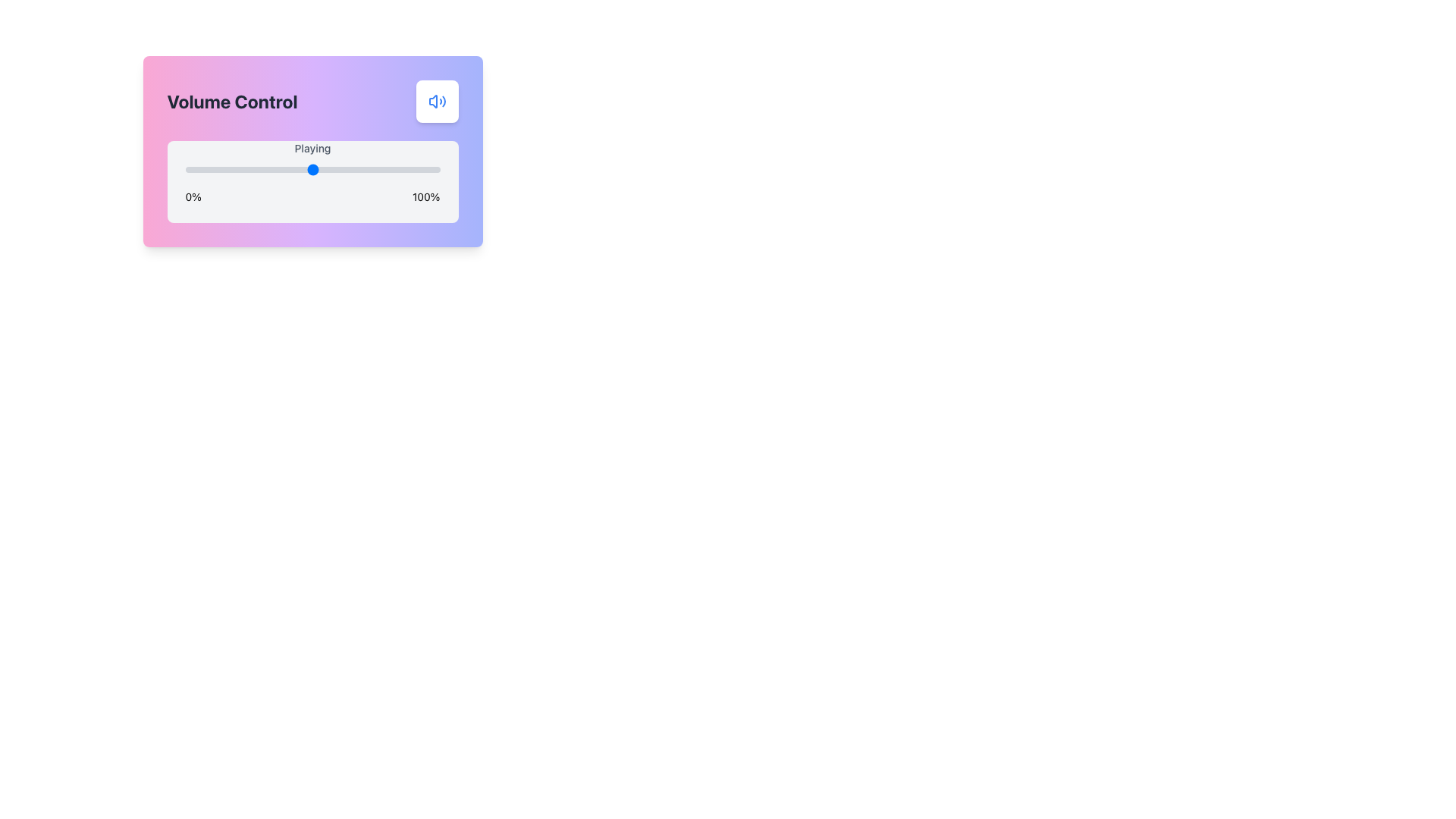 The height and width of the screenshot is (819, 1456). Describe the element at coordinates (360, 169) in the screenshot. I see `the slider` at that location.